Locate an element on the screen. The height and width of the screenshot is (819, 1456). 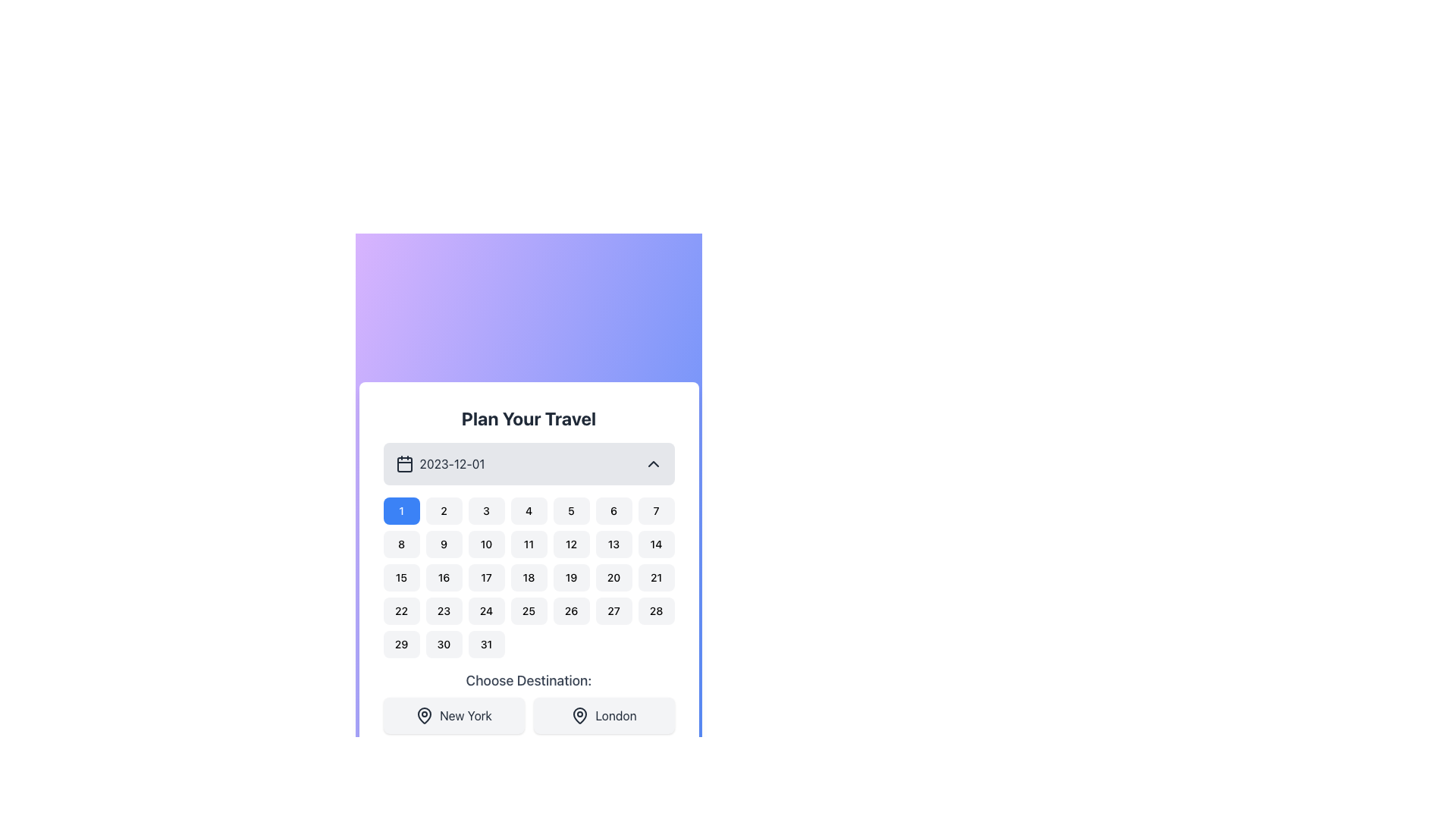
the button representing the 18th day of the month in the calendar interface is located at coordinates (529, 578).